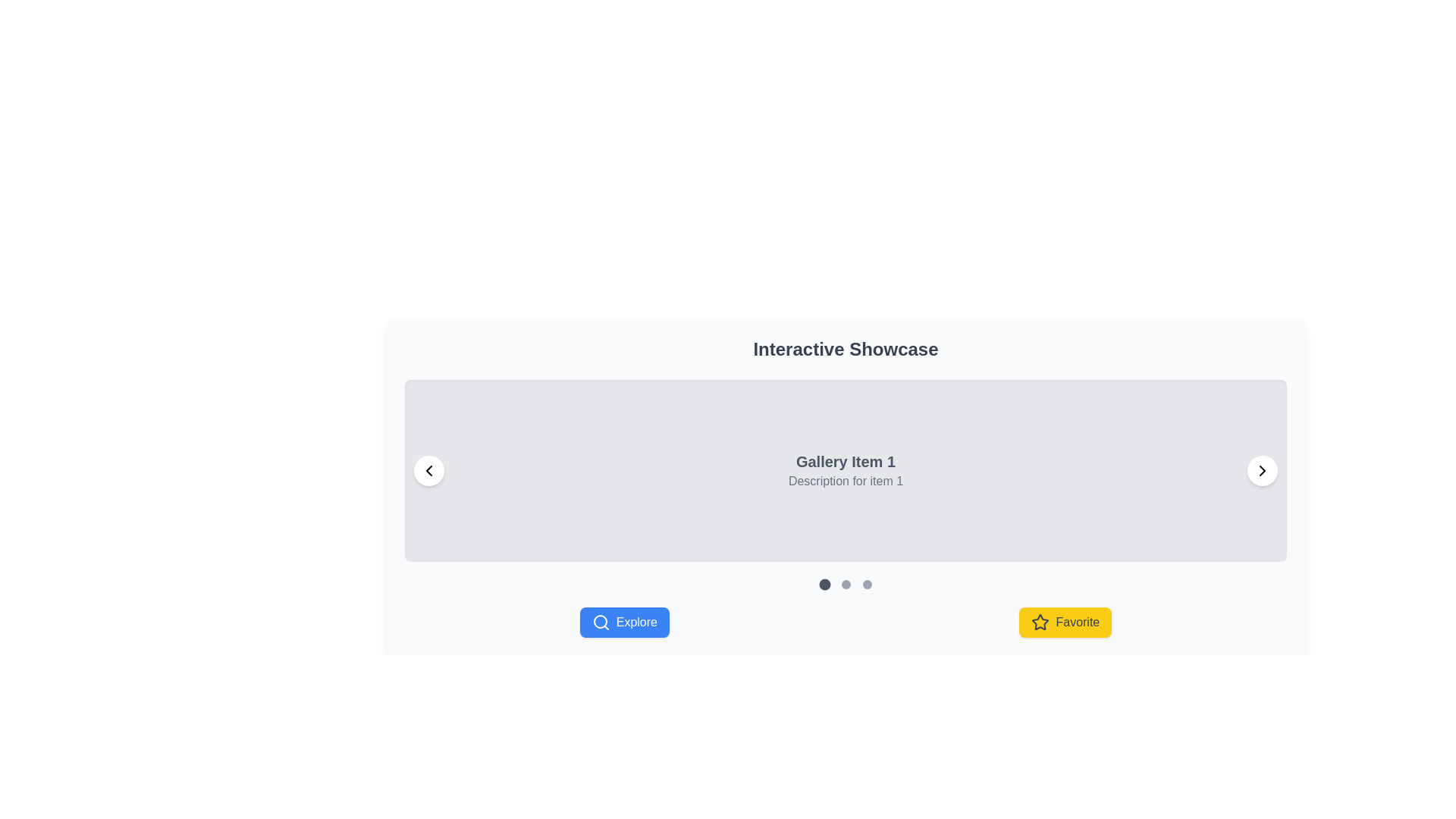  I want to click on the circular Icon Component element that is part of the 'Explore' button located at the bottom left corner of the interface, so click(599, 622).